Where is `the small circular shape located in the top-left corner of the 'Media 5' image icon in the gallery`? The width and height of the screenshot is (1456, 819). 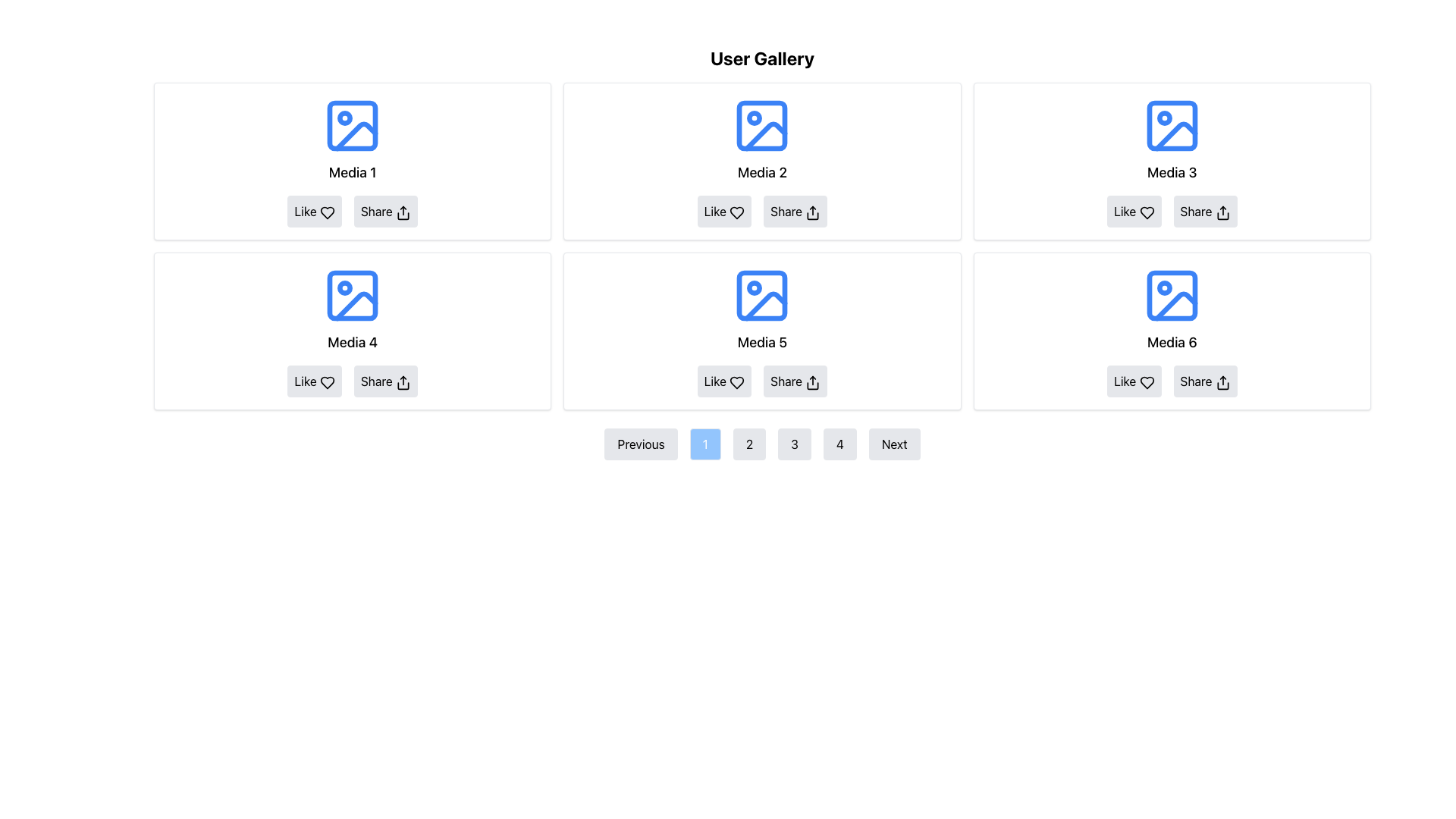 the small circular shape located in the top-left corner of the 'Media 5' image icon in the gallery is located at coordinates (755, 288).